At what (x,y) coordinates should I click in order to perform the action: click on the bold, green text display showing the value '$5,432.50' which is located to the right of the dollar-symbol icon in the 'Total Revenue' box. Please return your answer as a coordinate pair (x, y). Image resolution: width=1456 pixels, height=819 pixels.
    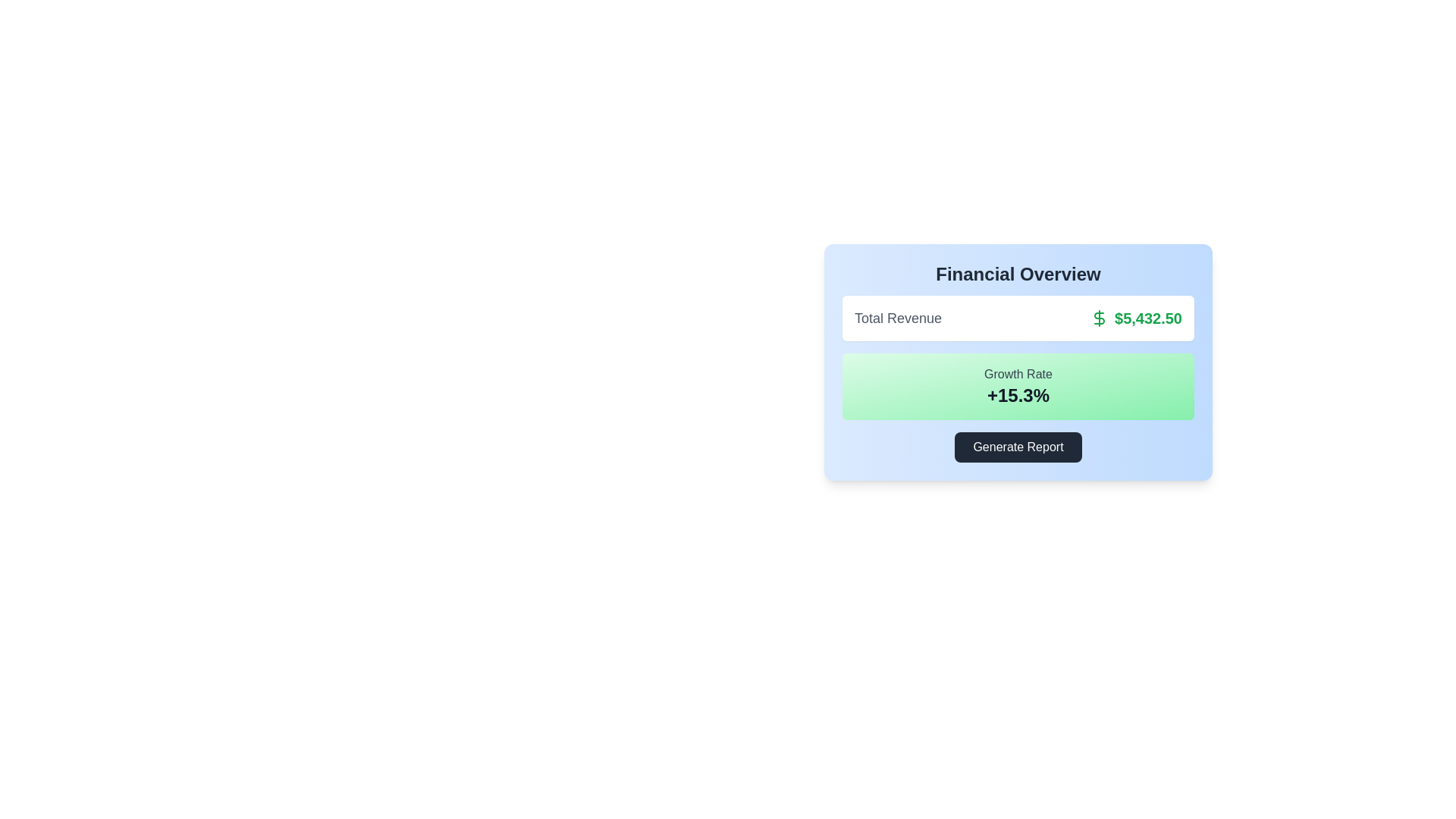
    Looking at the image, I should click on (1136, 318).